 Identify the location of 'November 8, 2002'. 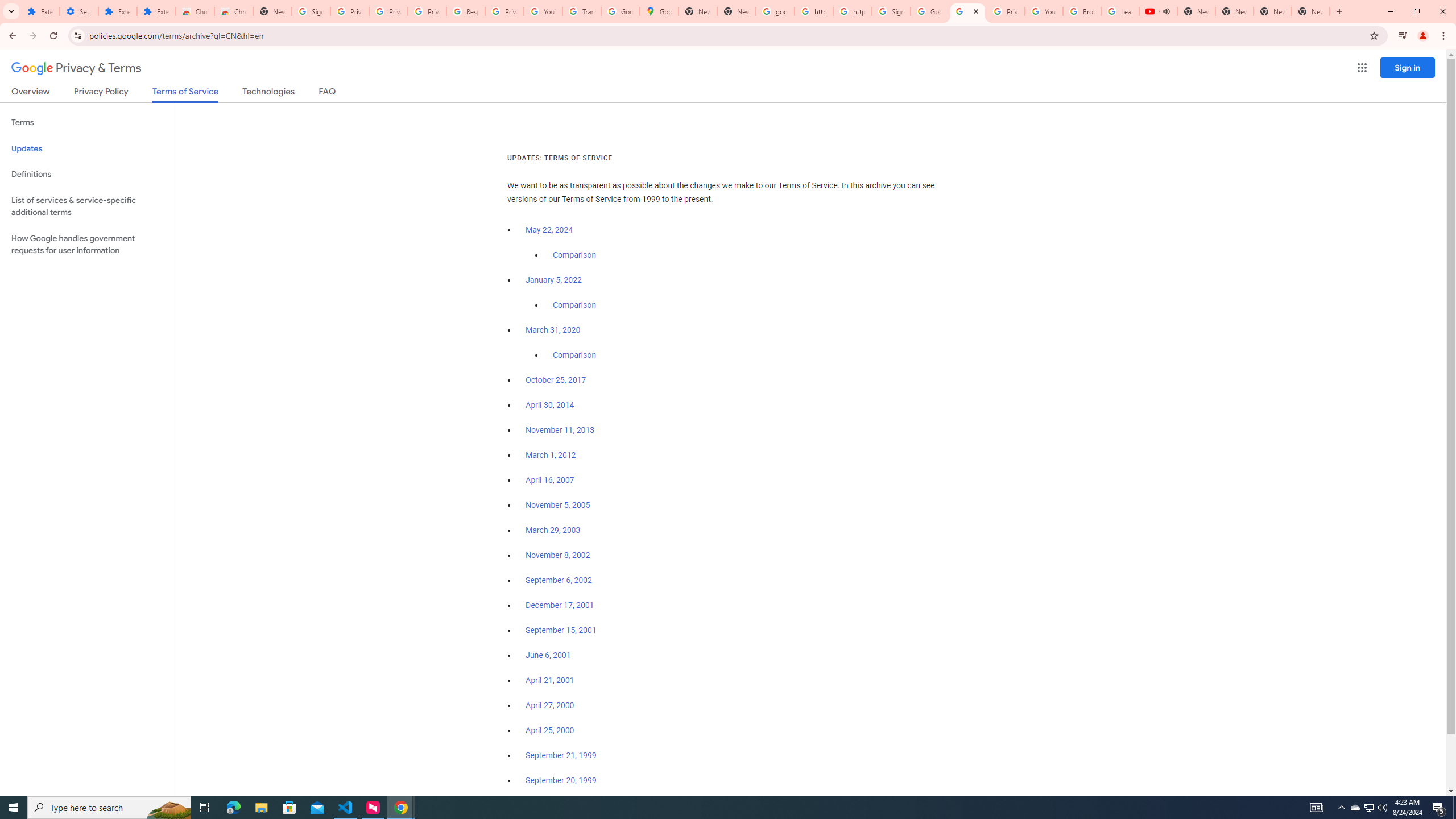
(557, 555).